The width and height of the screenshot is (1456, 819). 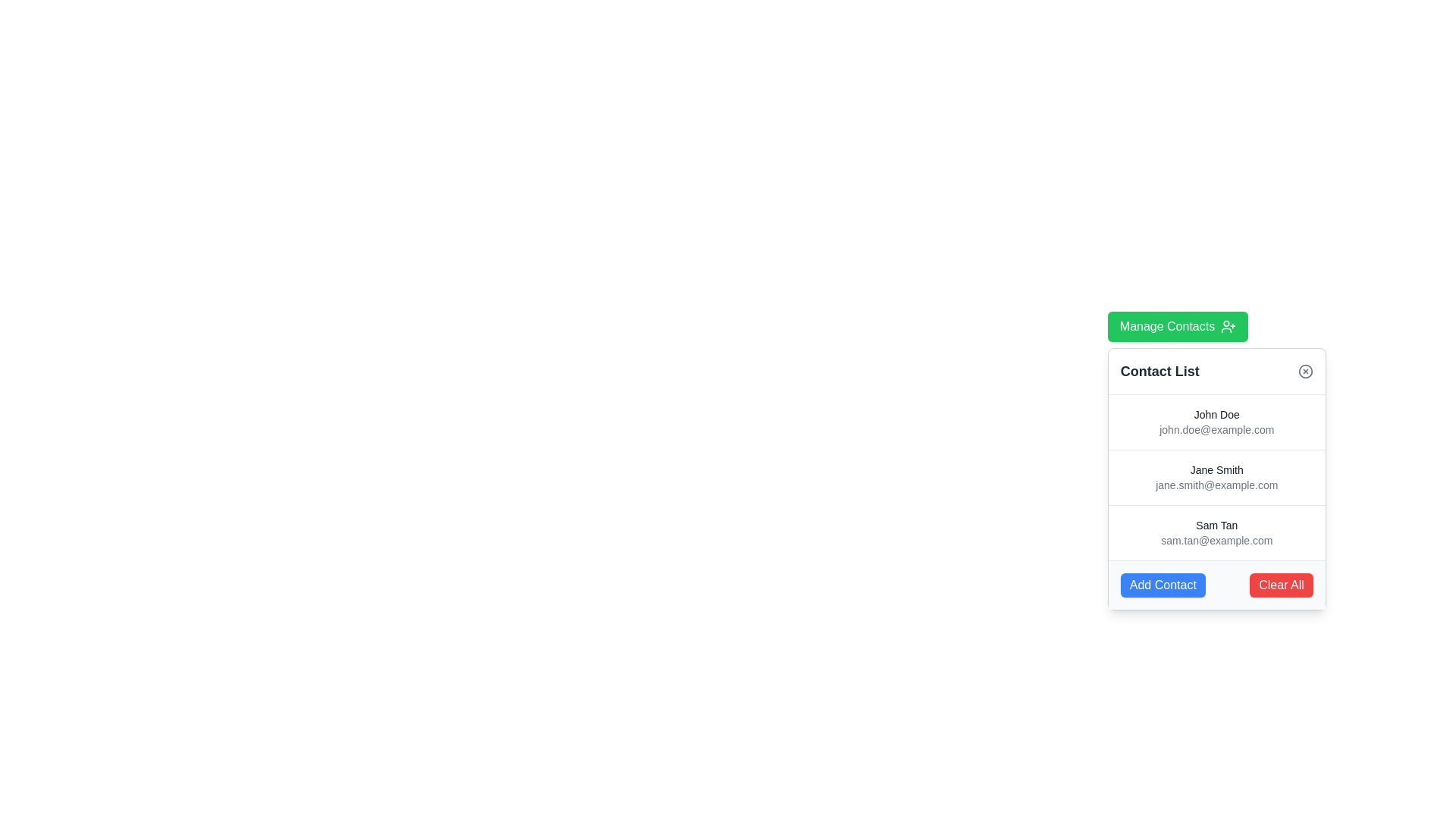 What do you see at coordinates (1162, 584) in the screenshot?
I see `the button located in the lower-left corner of the 'Contact List' interface` at bounding box center [1162, 584].